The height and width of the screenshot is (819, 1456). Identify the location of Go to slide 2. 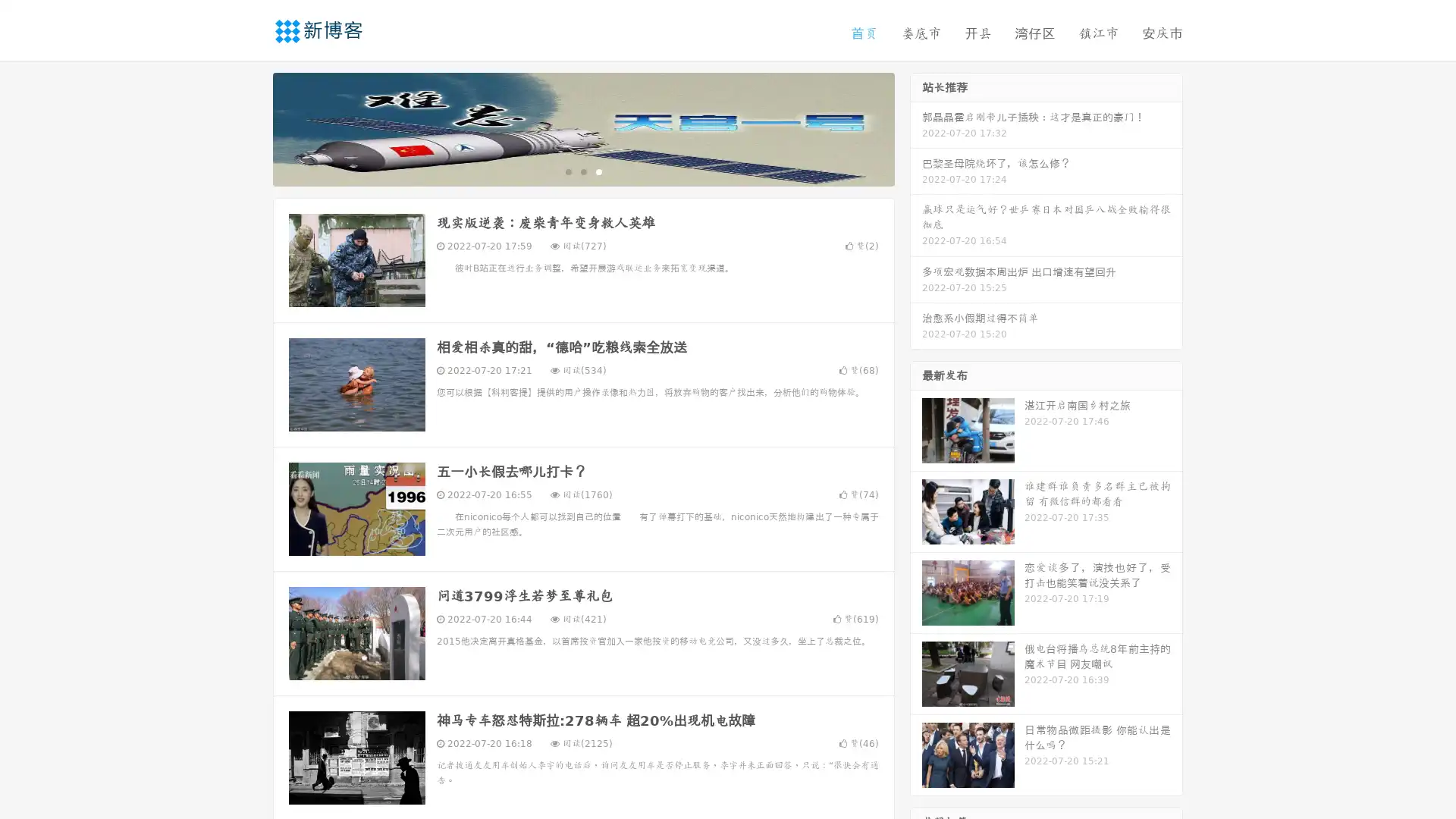
(582, 171).